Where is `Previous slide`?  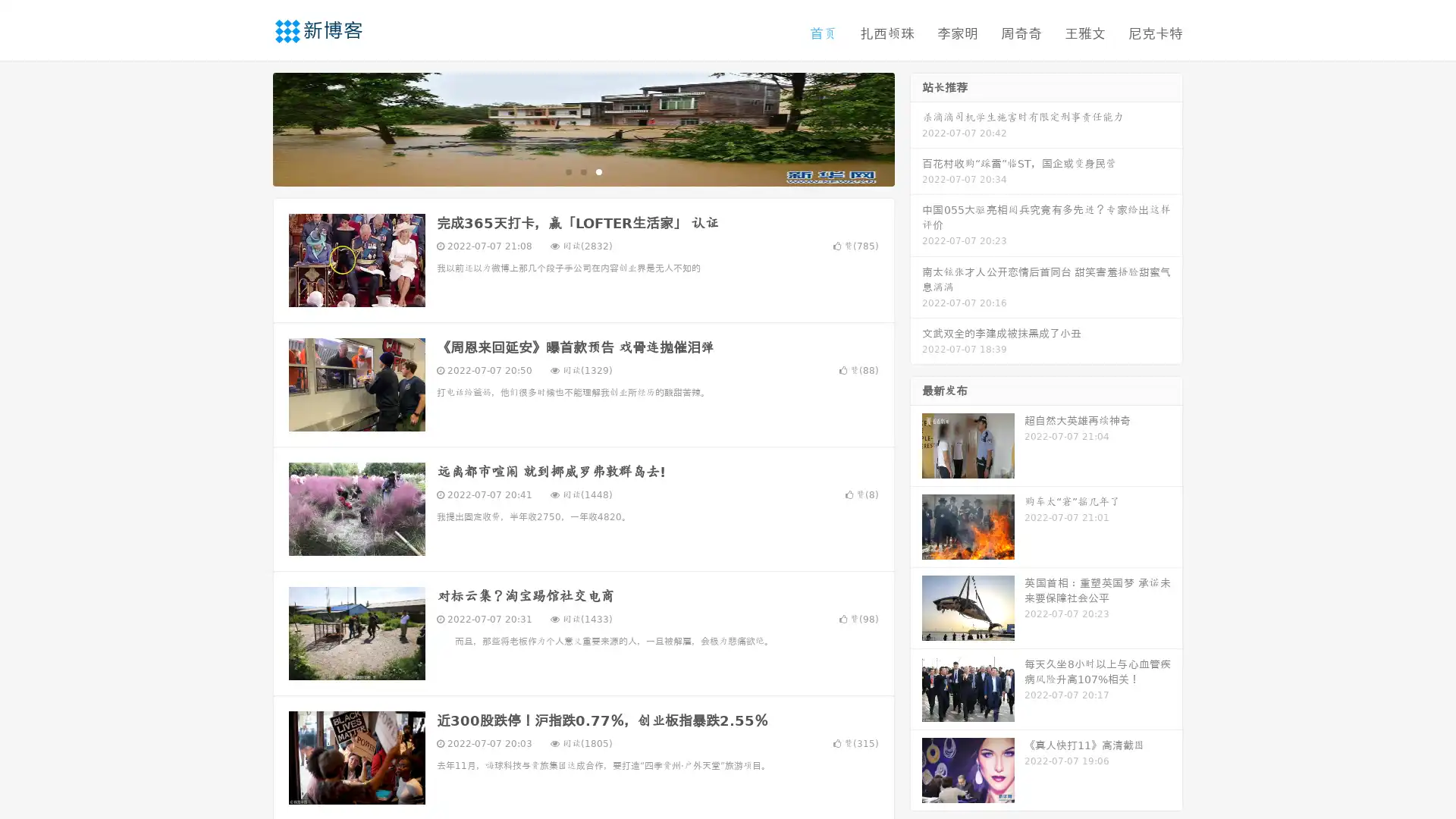
Previous slide is located at coordinates (250, 127).